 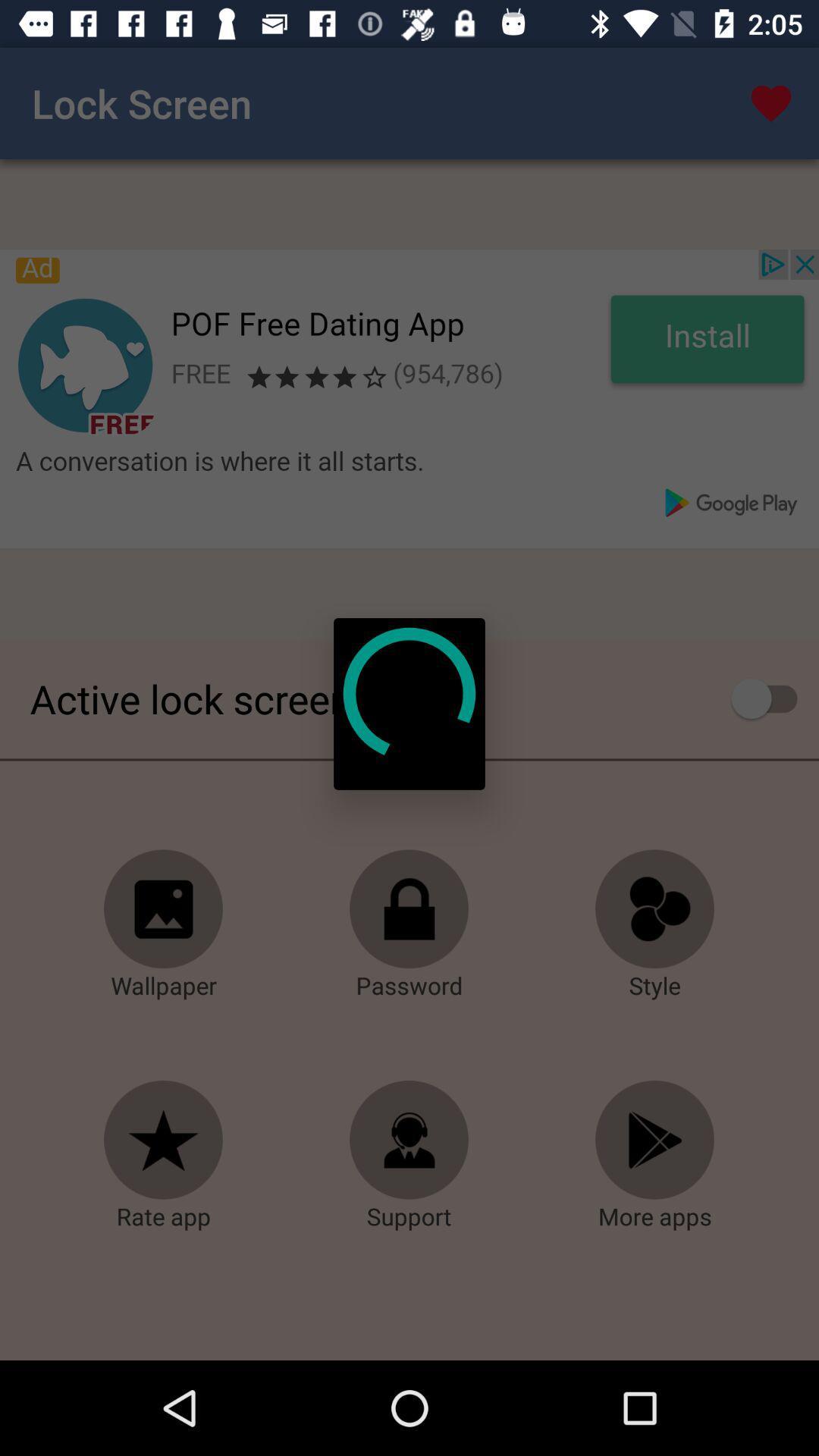 What do you see at coordinates (654, 1140) in the screenshot?
I see `loads more apps` at bounding box center [654, 1140].